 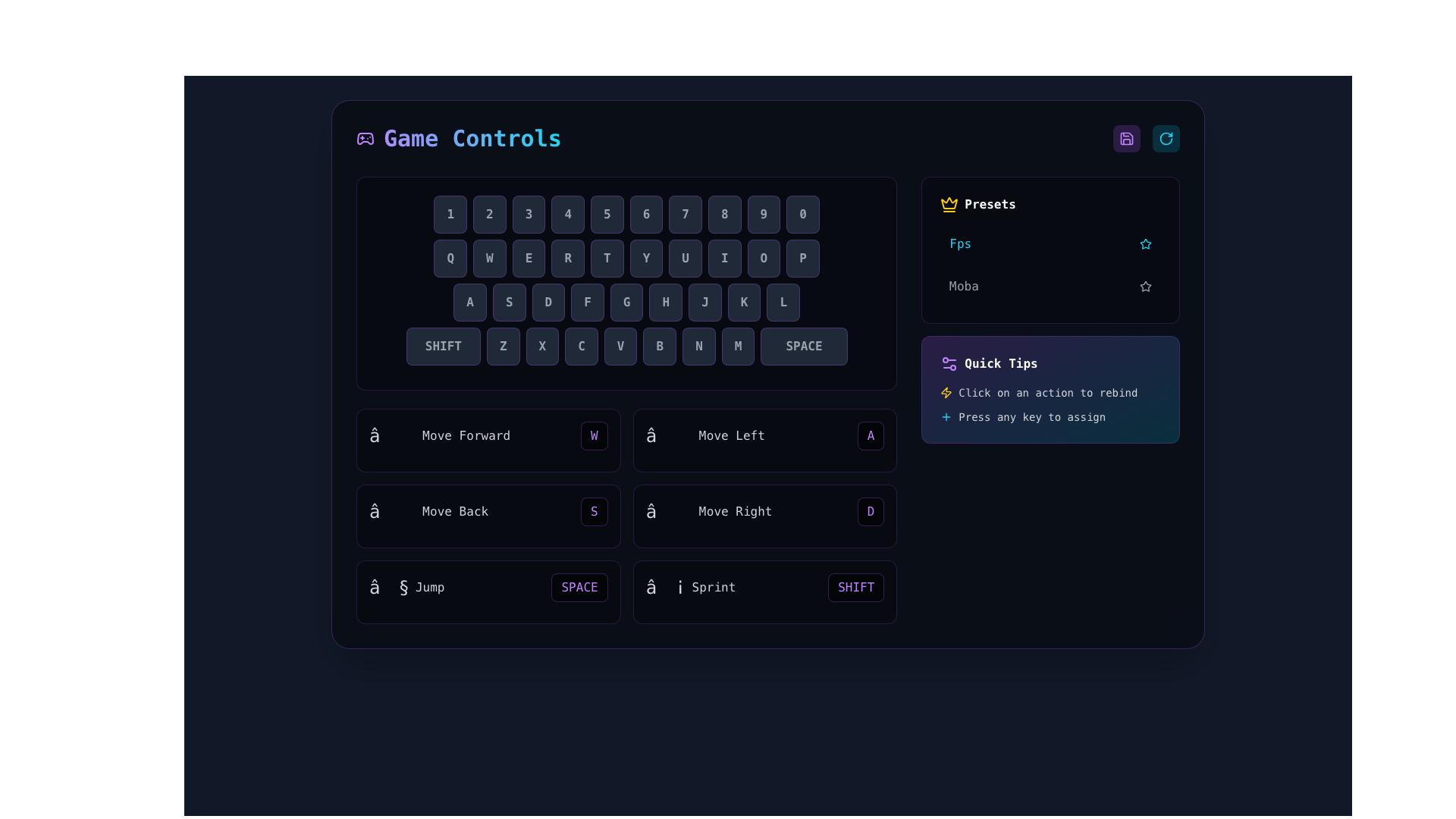 What do you see at coordinates (503, 346) in the screenshot?
I see `the virtual keyboard key located between 'SHIFT' and 'X' in the bottom row of the virtual keyboard layout` at bounding box center [503, 346].